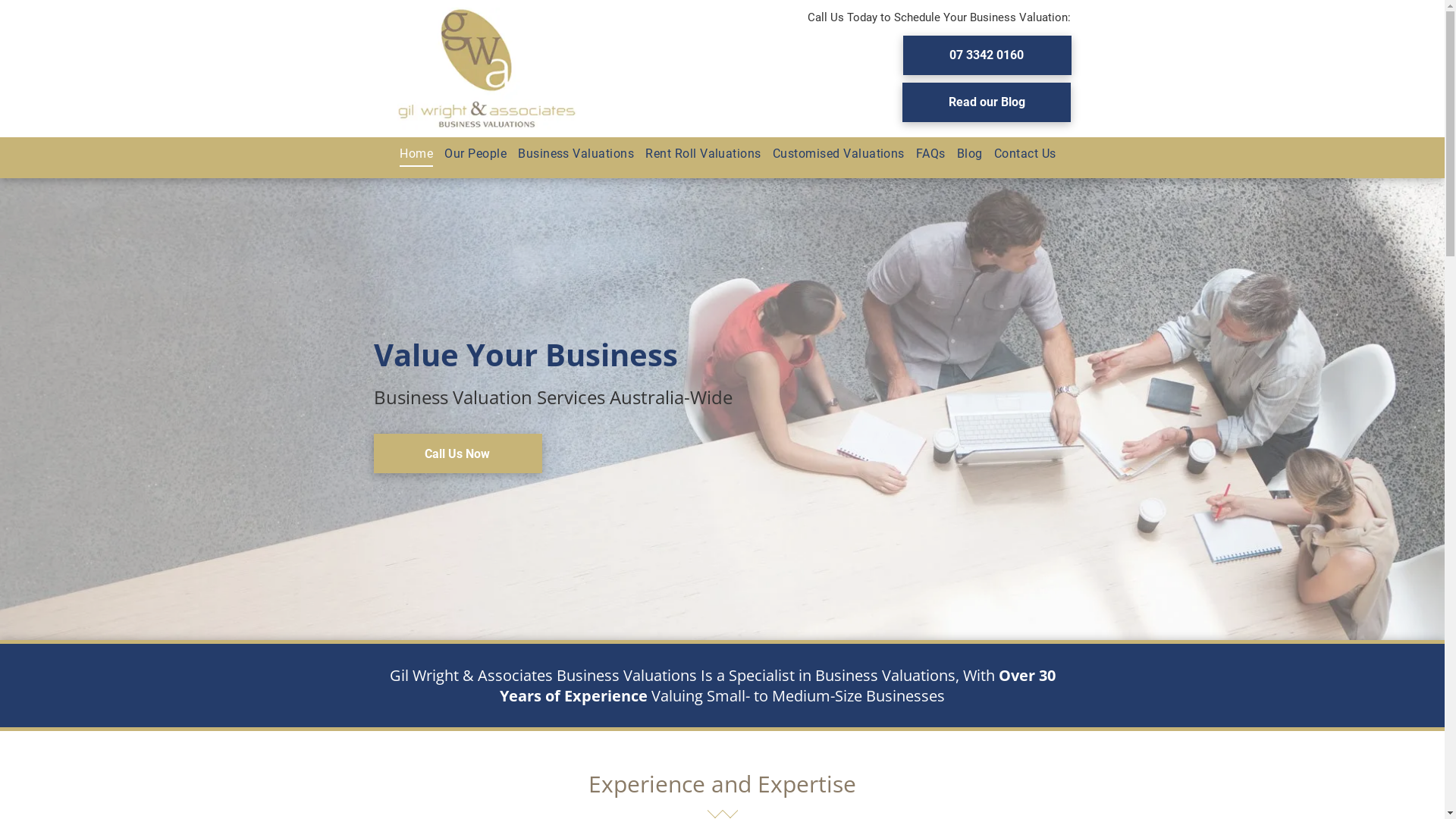 The height and width of the screenshot is (819, 1456). Describe the element at coordinates (410, 154) in the screenshot. I see `'Home'` at that location.